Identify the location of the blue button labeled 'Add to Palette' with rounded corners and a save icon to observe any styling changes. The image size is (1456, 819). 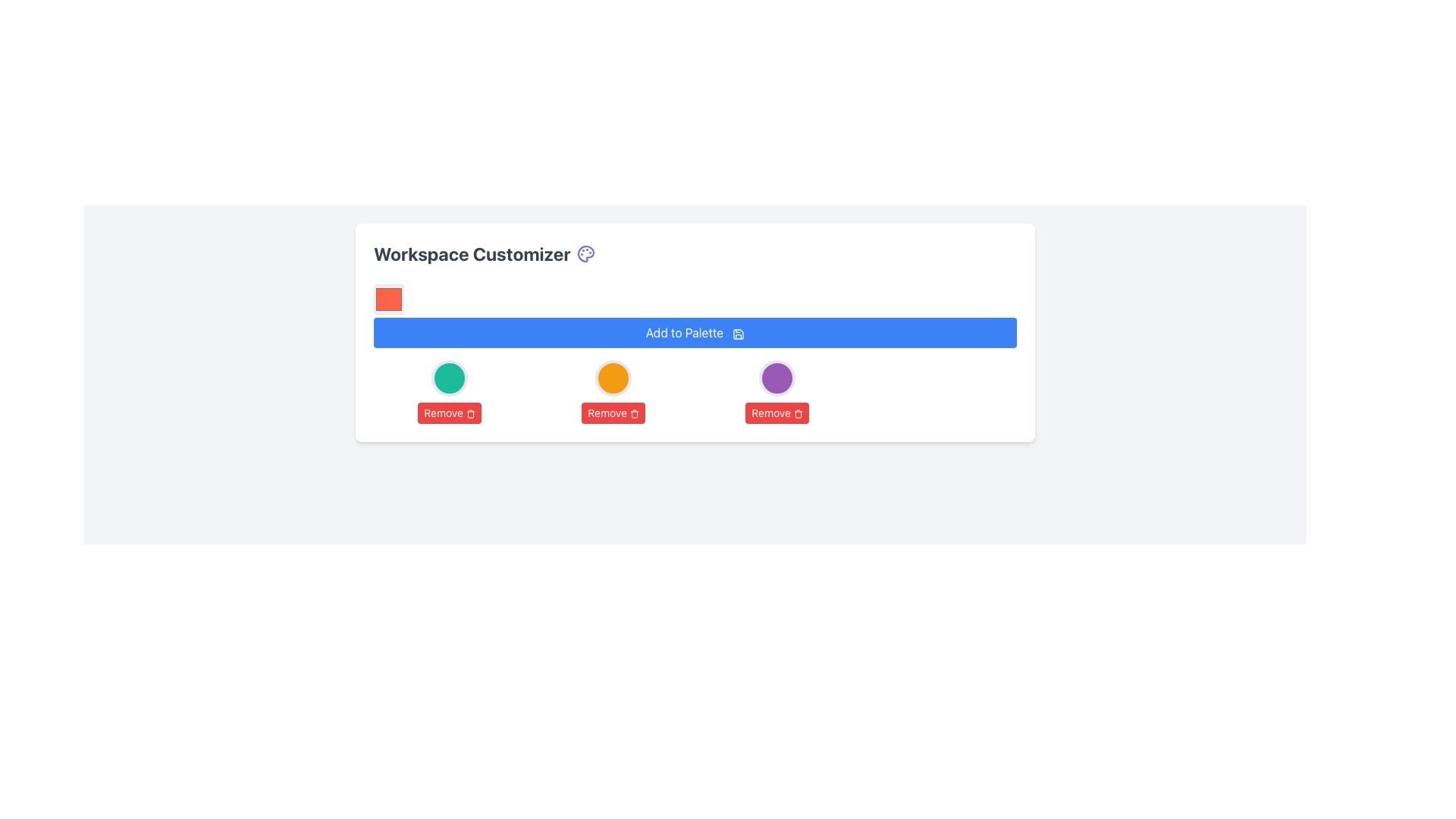
(694, 315).